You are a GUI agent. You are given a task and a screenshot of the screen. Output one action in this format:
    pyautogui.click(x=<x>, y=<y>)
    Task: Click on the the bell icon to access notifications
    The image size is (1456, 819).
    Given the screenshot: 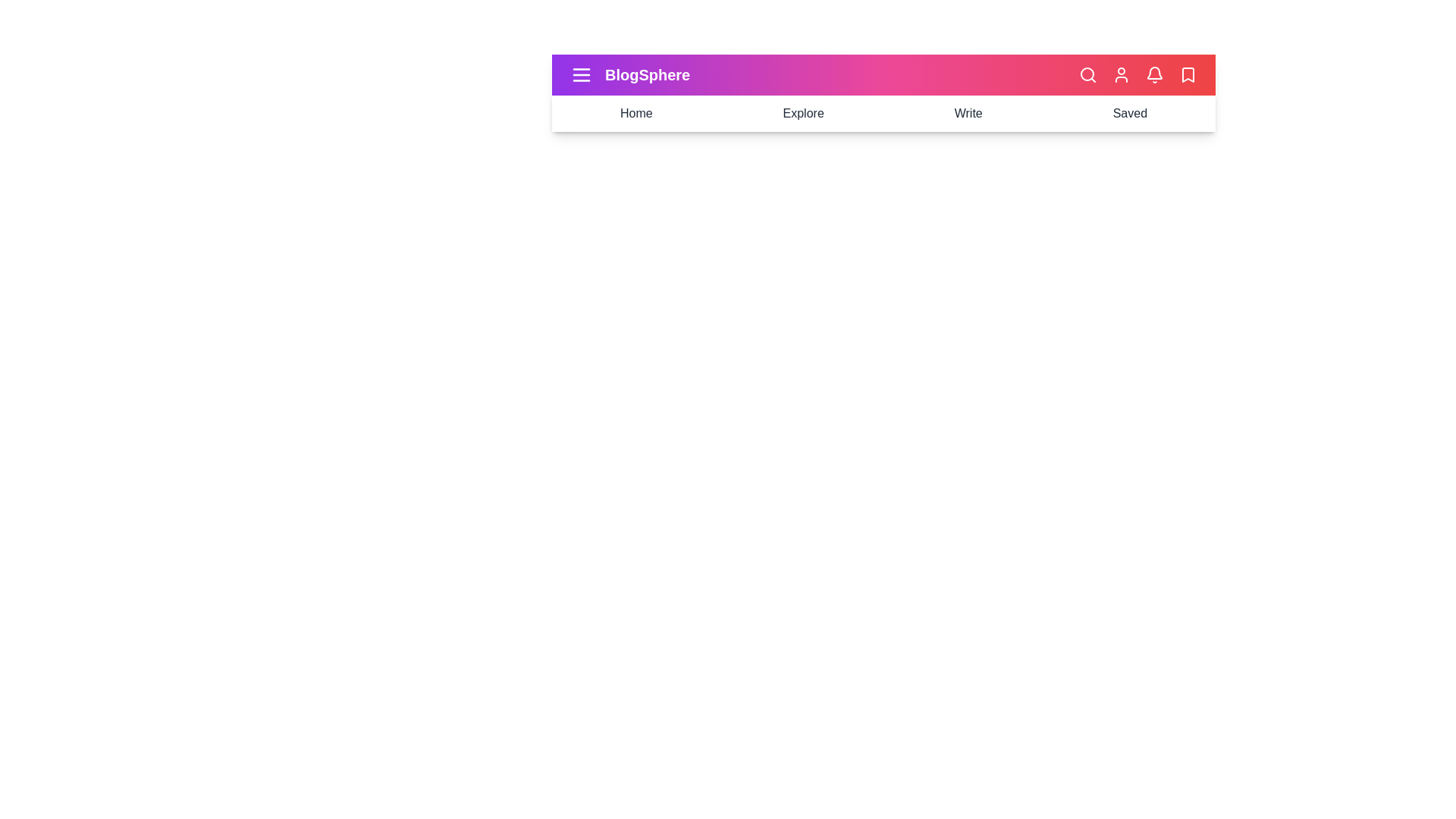 What is the action you would take?
    pyautogui.click(x=1153, y=75)
    